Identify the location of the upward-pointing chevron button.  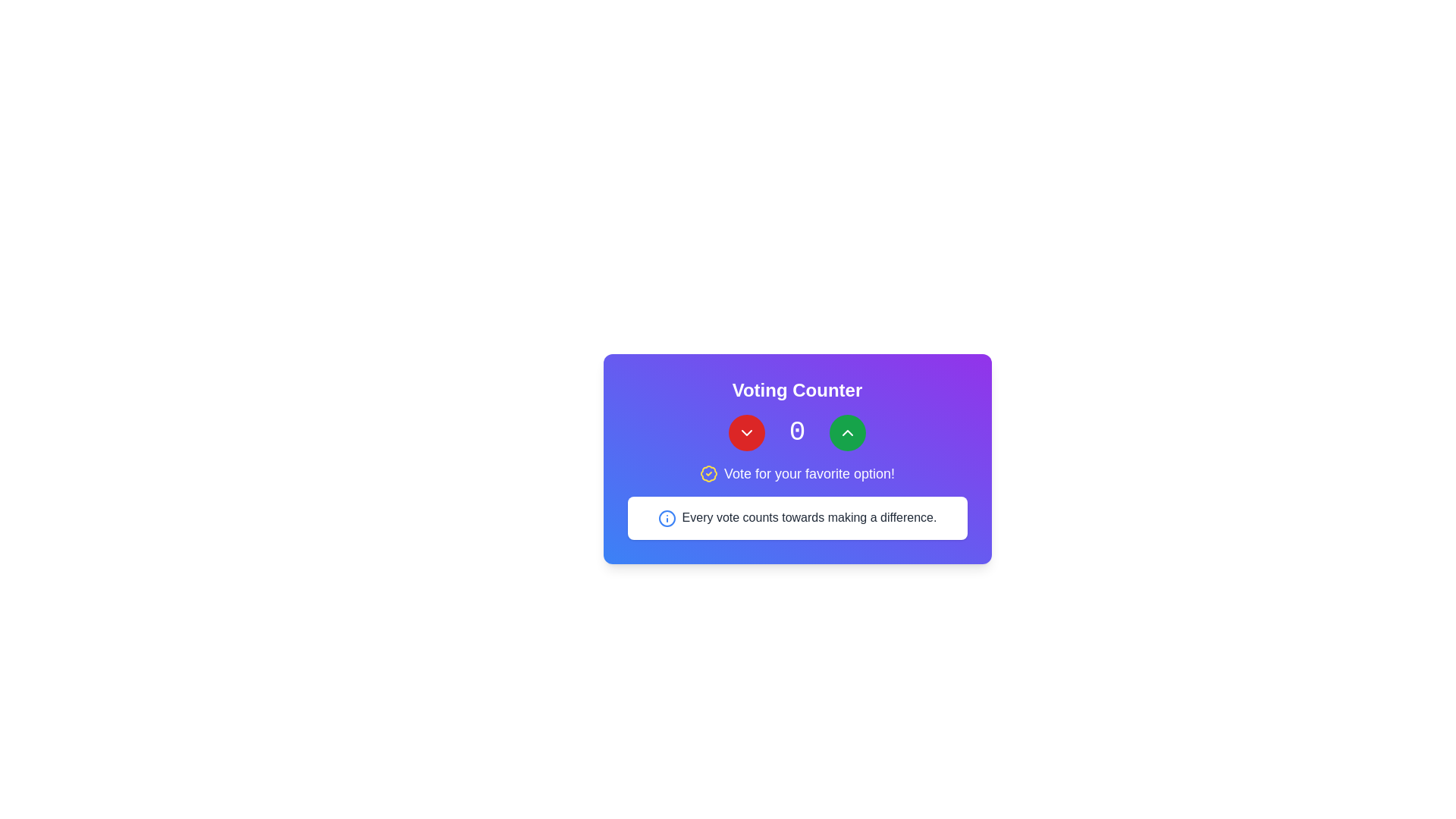
(847, 432).